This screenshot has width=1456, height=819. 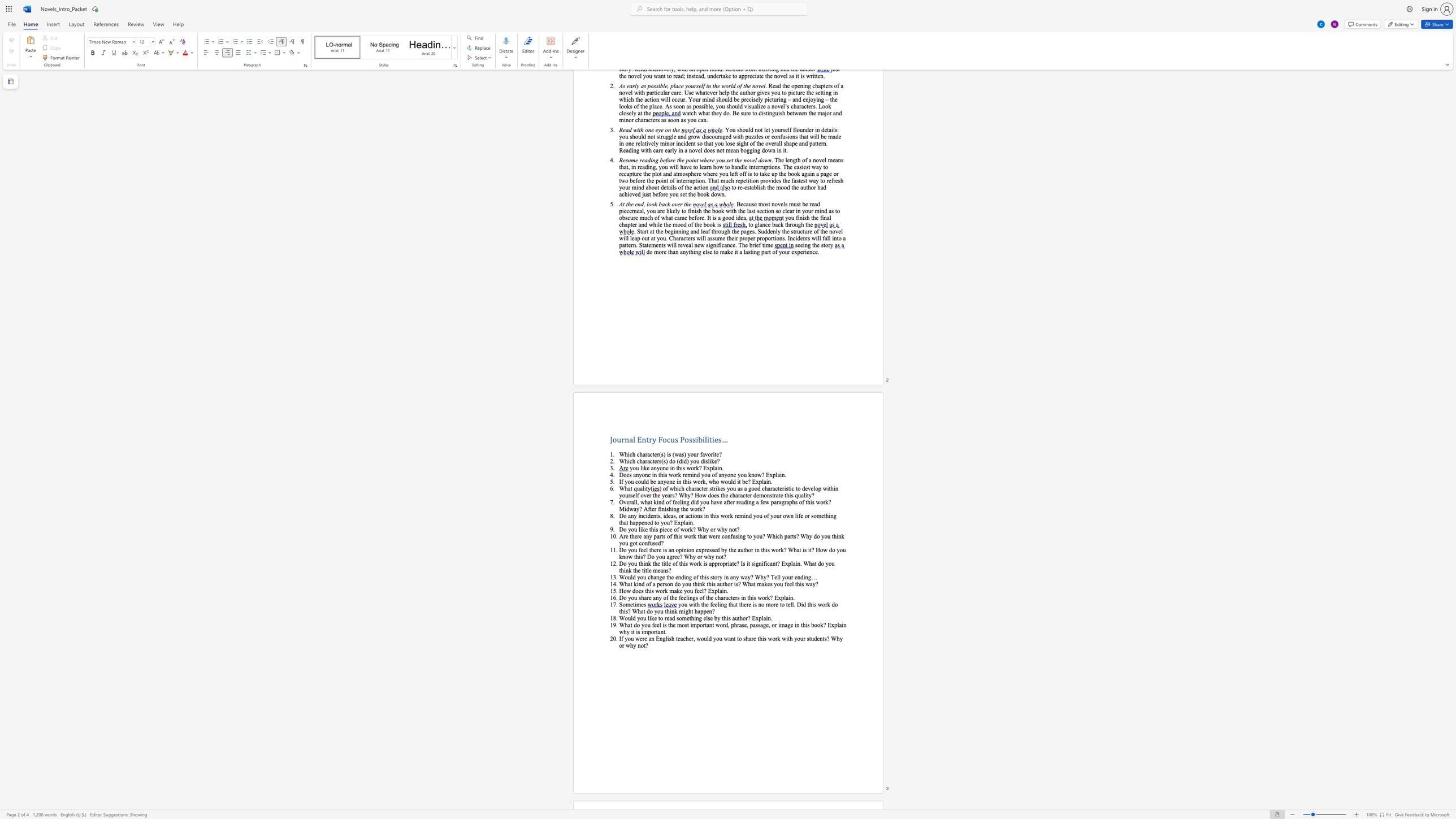 What do you see at coordinates (647, 454) in the screenshot?
I see `the subset text "acter(s) is (was) your" within the text "Which character(s) is (was) your favorite?"` at bounding box center [647, 454].